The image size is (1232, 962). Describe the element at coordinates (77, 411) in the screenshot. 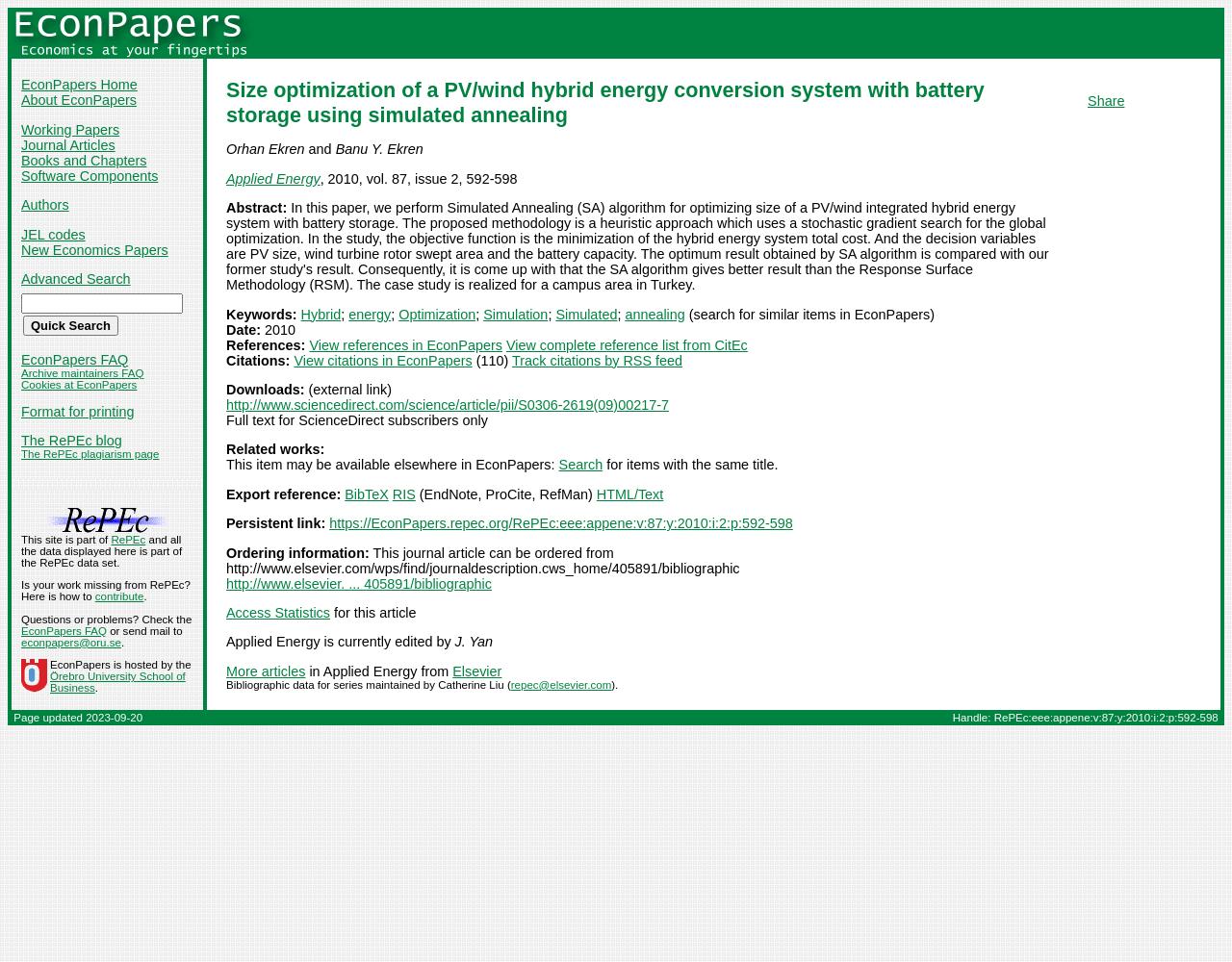

I see `'Format for printing'` at that location.